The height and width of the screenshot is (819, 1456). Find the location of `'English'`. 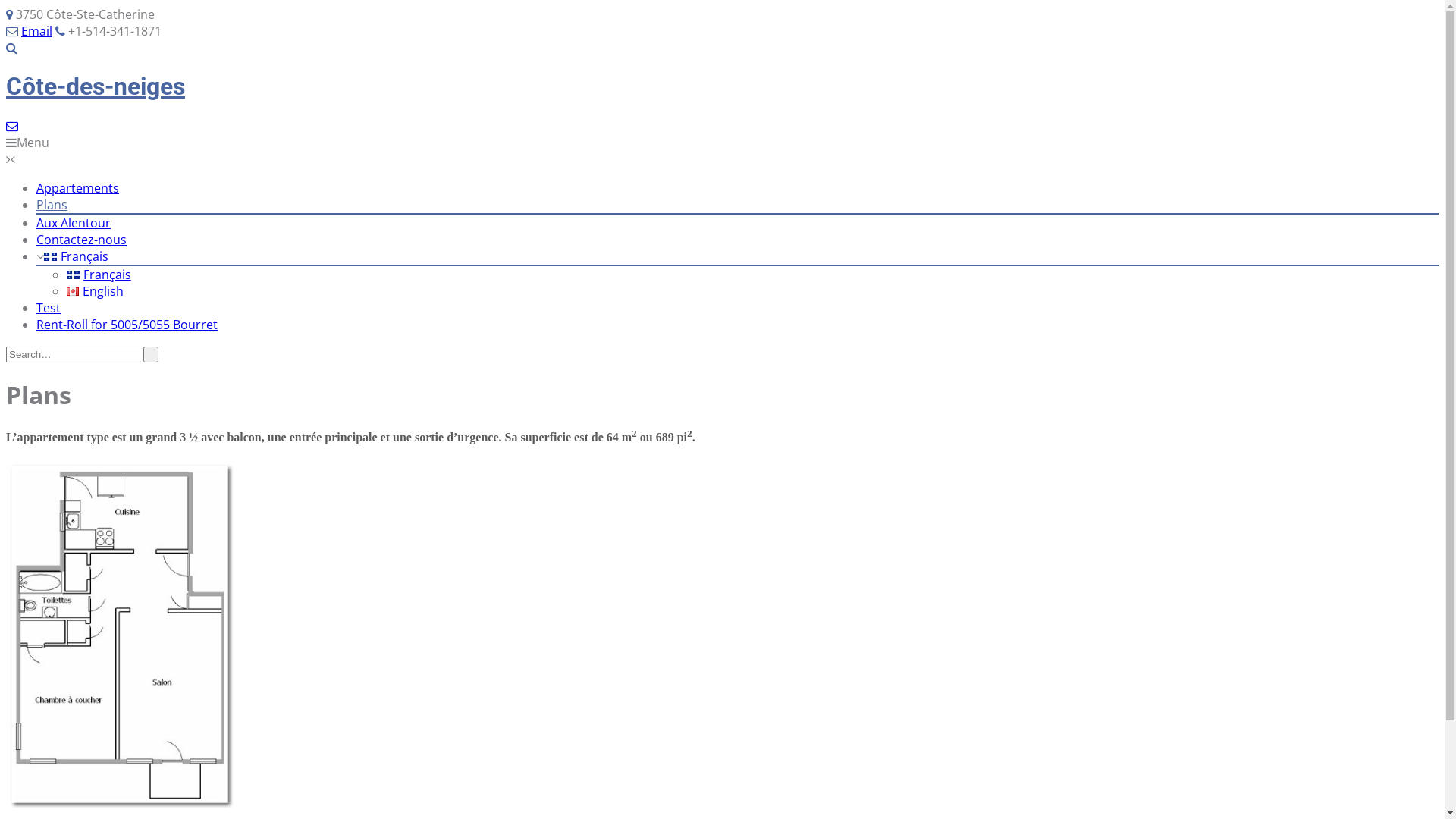

'English' is located at coordinates (94, 291).